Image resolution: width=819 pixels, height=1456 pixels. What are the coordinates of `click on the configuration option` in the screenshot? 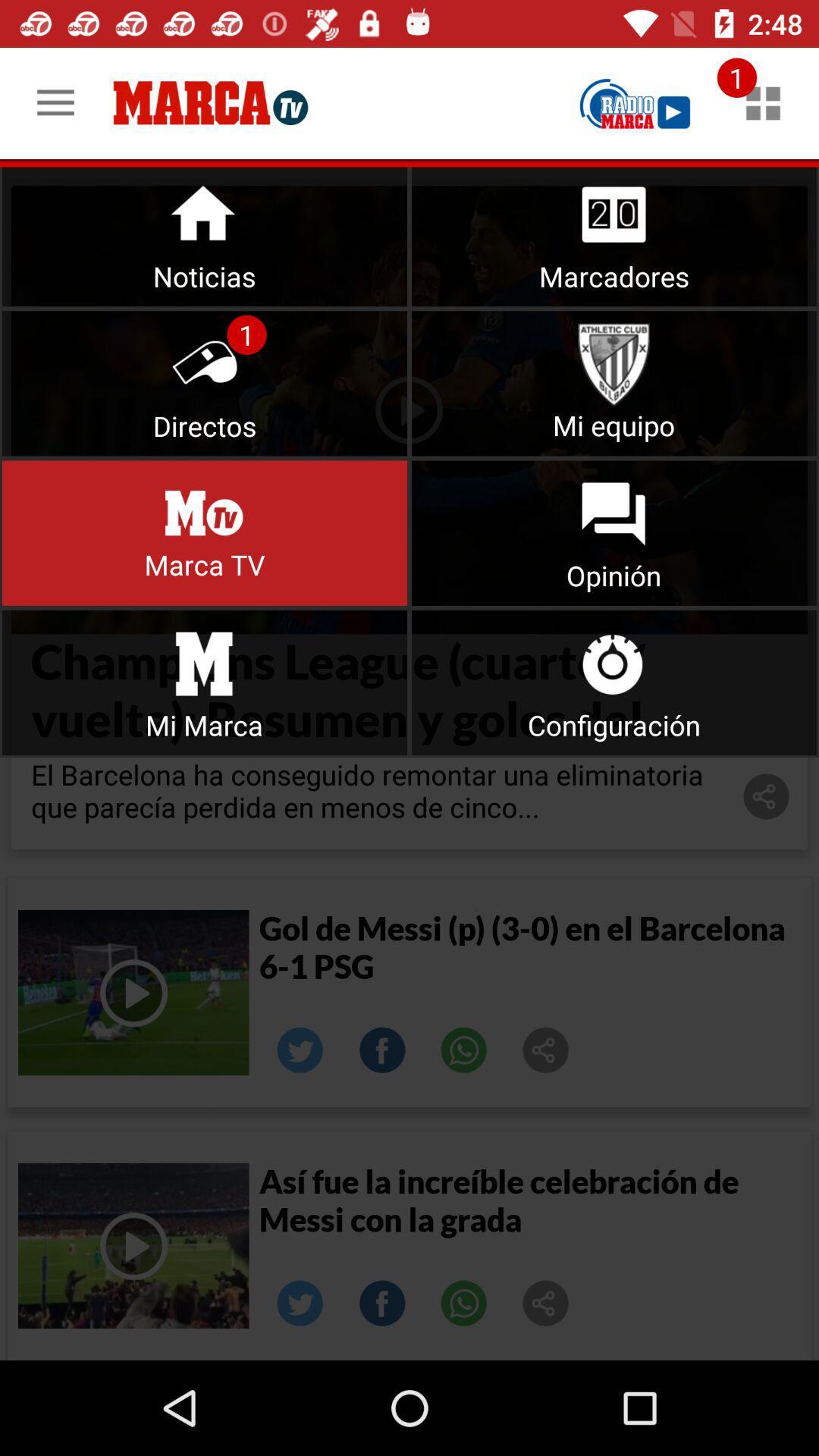 It's located at (614, 682).